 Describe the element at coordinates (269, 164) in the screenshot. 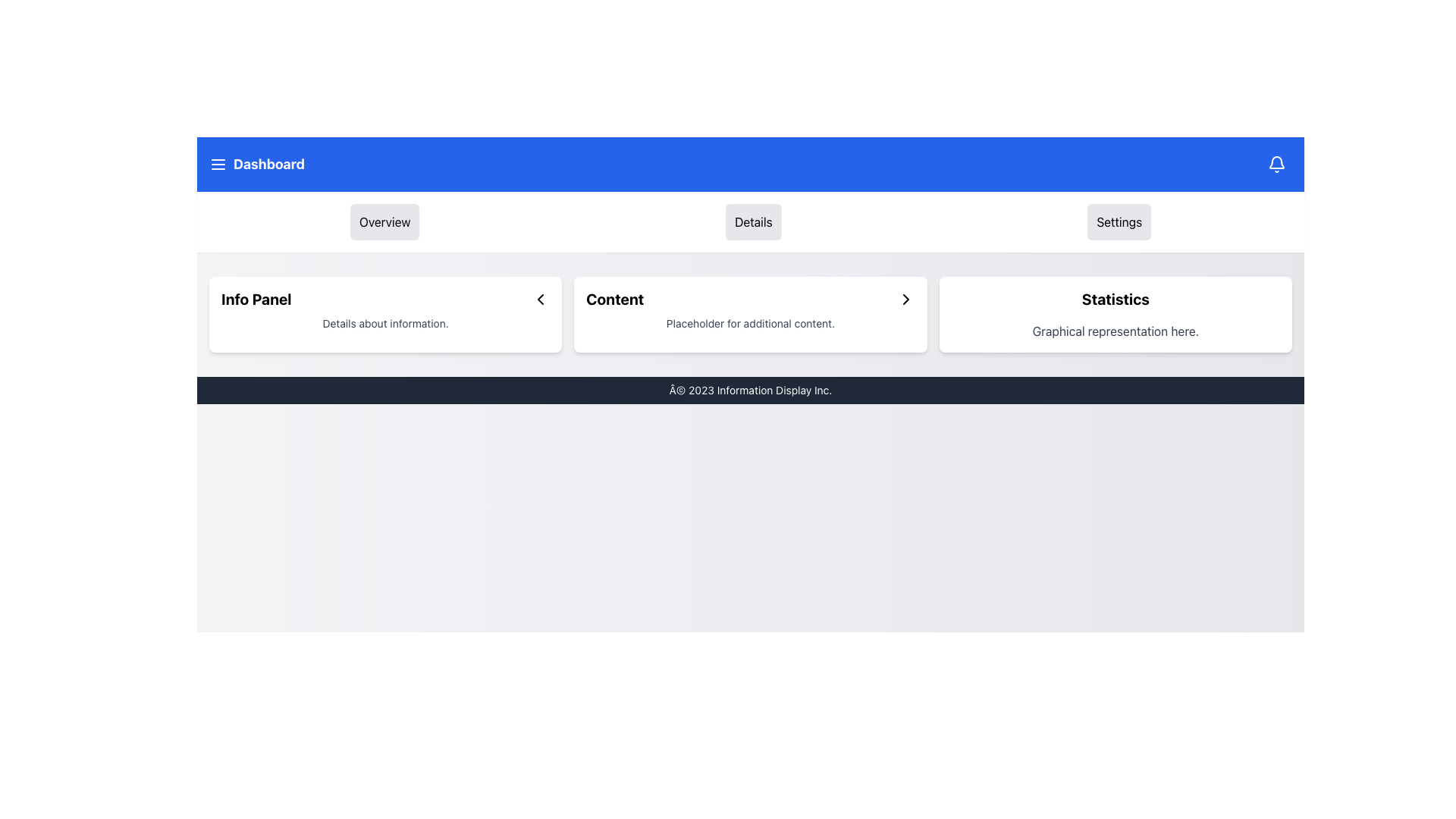

I see `'Dashboard' label located in the blue navigation bar at the top-left corner of the interface, next to the menu icon and notification icon` at that location.